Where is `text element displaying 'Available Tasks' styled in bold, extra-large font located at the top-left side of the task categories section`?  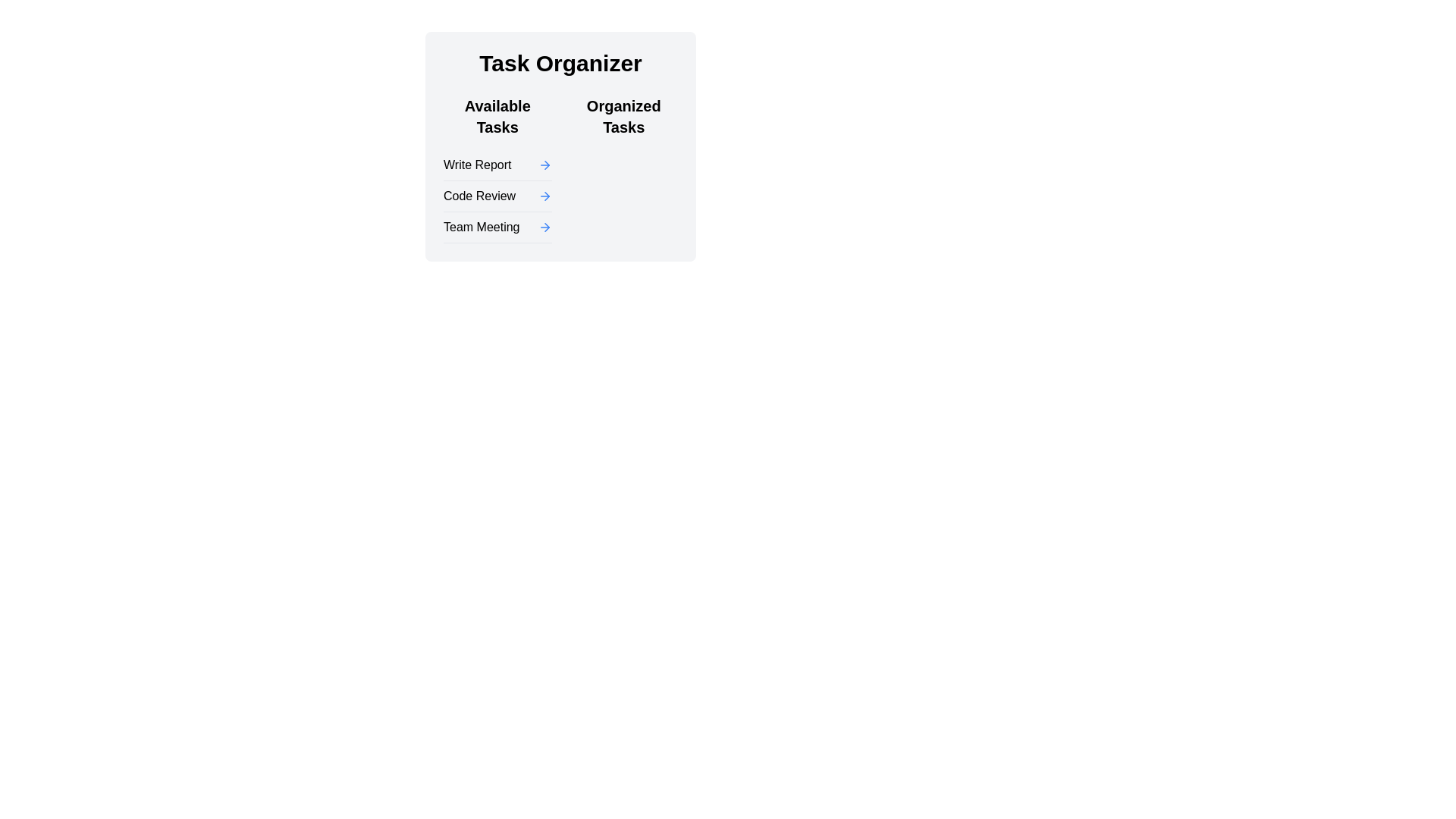
text element displaying 'Available Tasks' styled in bold, extra-large font located at the top-left side of the task categories section is located at coordinates (497, 116).